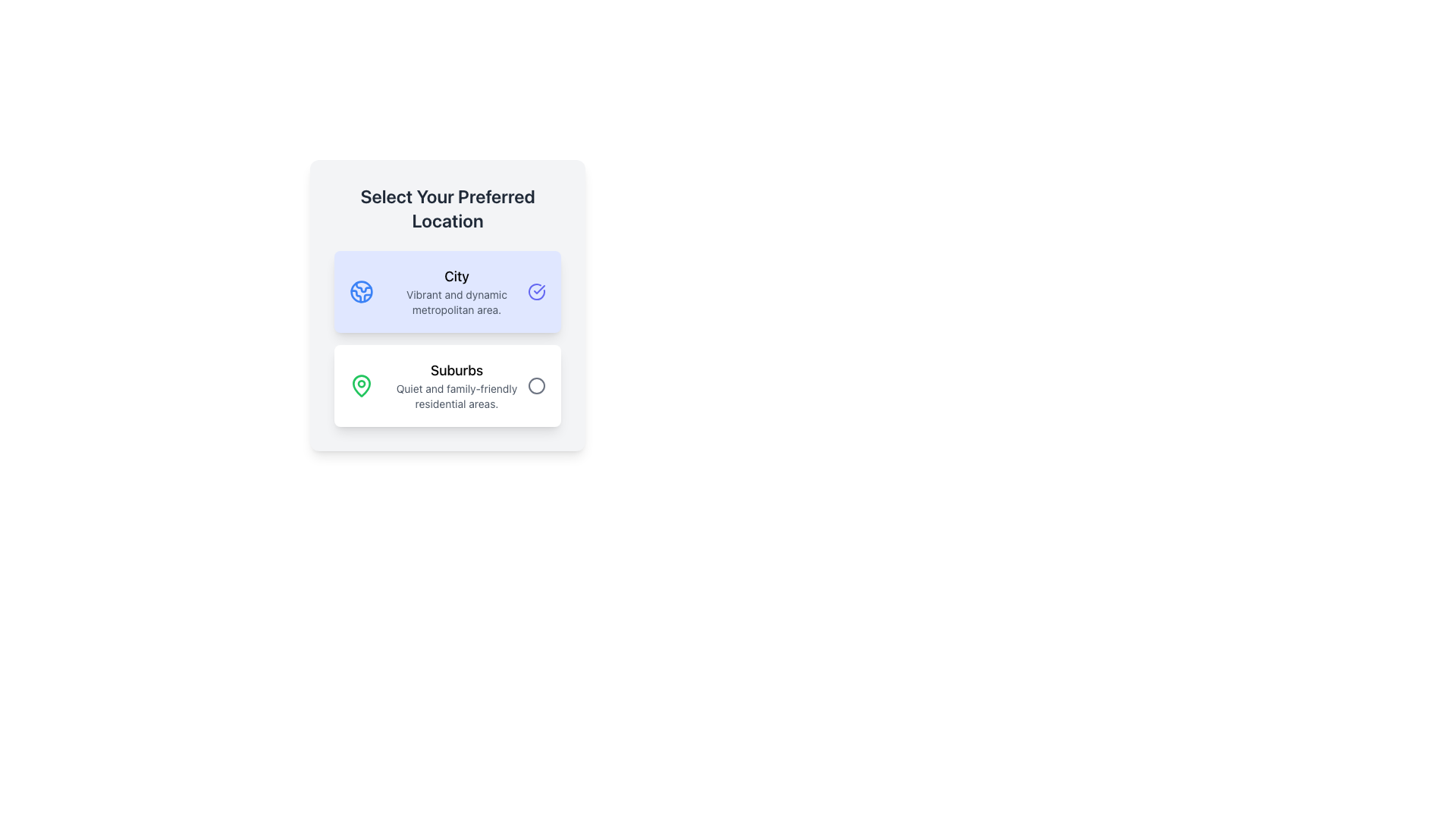  I want to click on the circular icon located to the right of the 'Suburbs' text and description within the card labeled 'Suburbs', so click(537, 385).